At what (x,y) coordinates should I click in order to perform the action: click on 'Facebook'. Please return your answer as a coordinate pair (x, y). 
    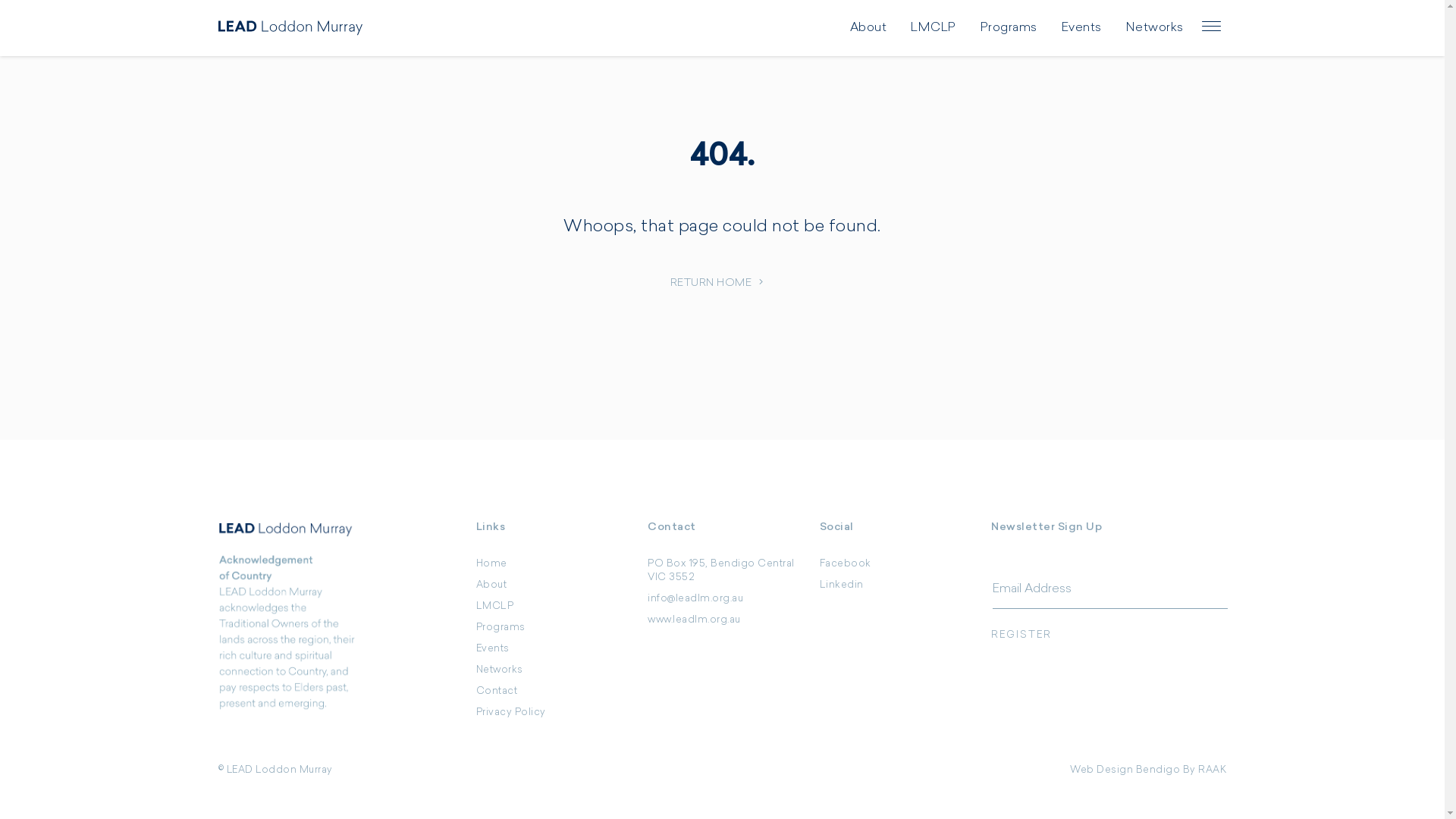
    Looking at the image, I should click on (844, 563).